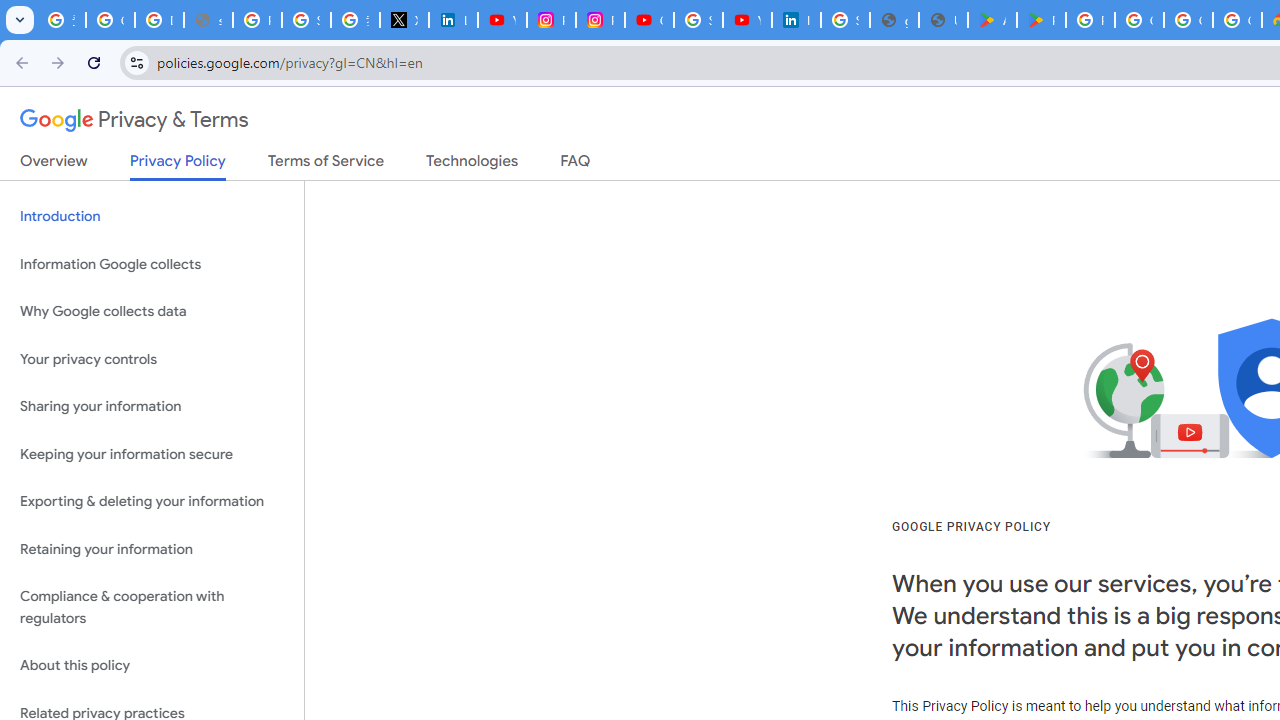 This screenshot has height=720, width=1280. What do you see at coordinates (151, 549) in the screenshot?
I see `'Retaining your information'` at bounding box center [151, 549].